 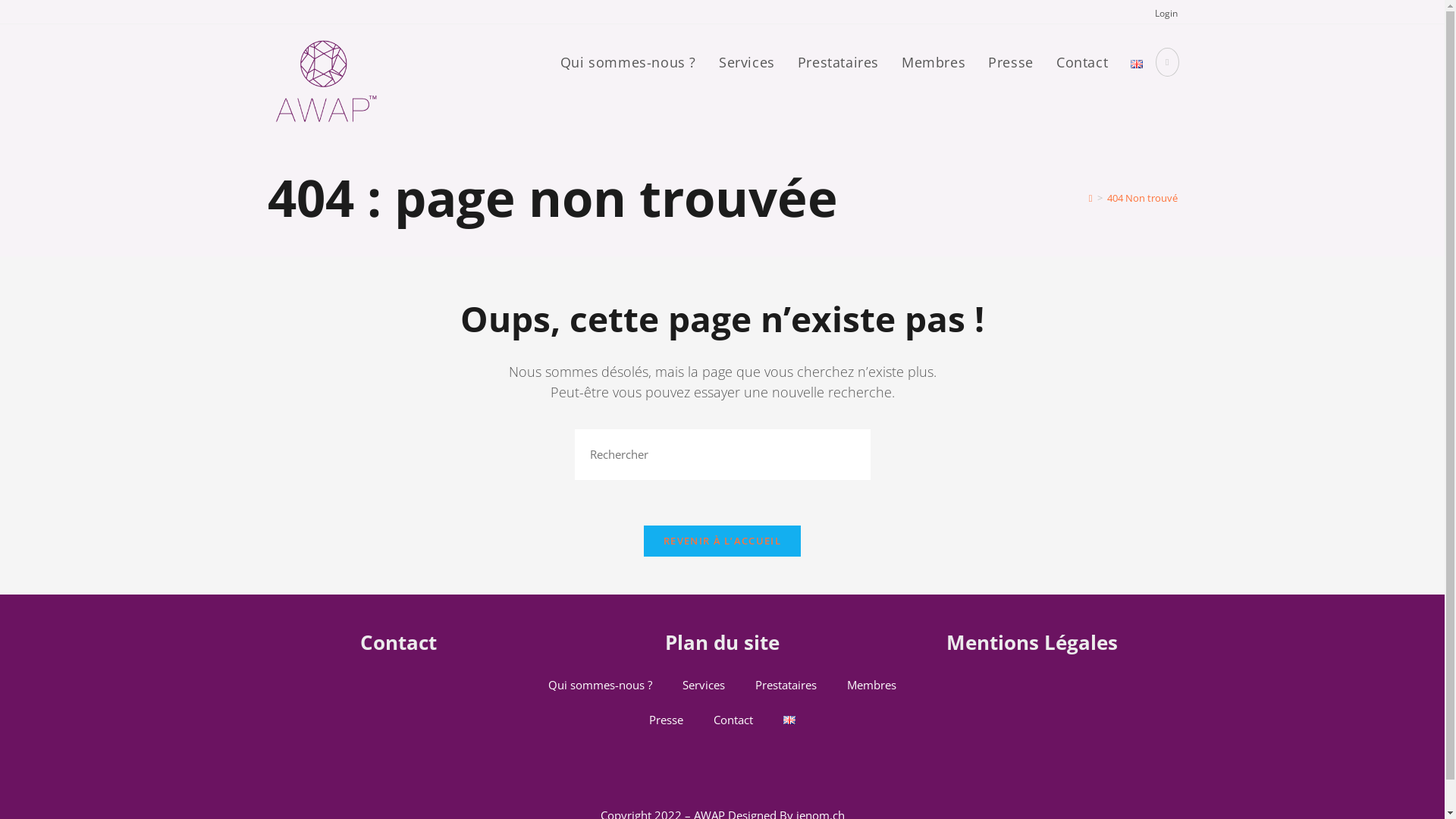 I want to click on 'Login', so click(x=1164, y=13).